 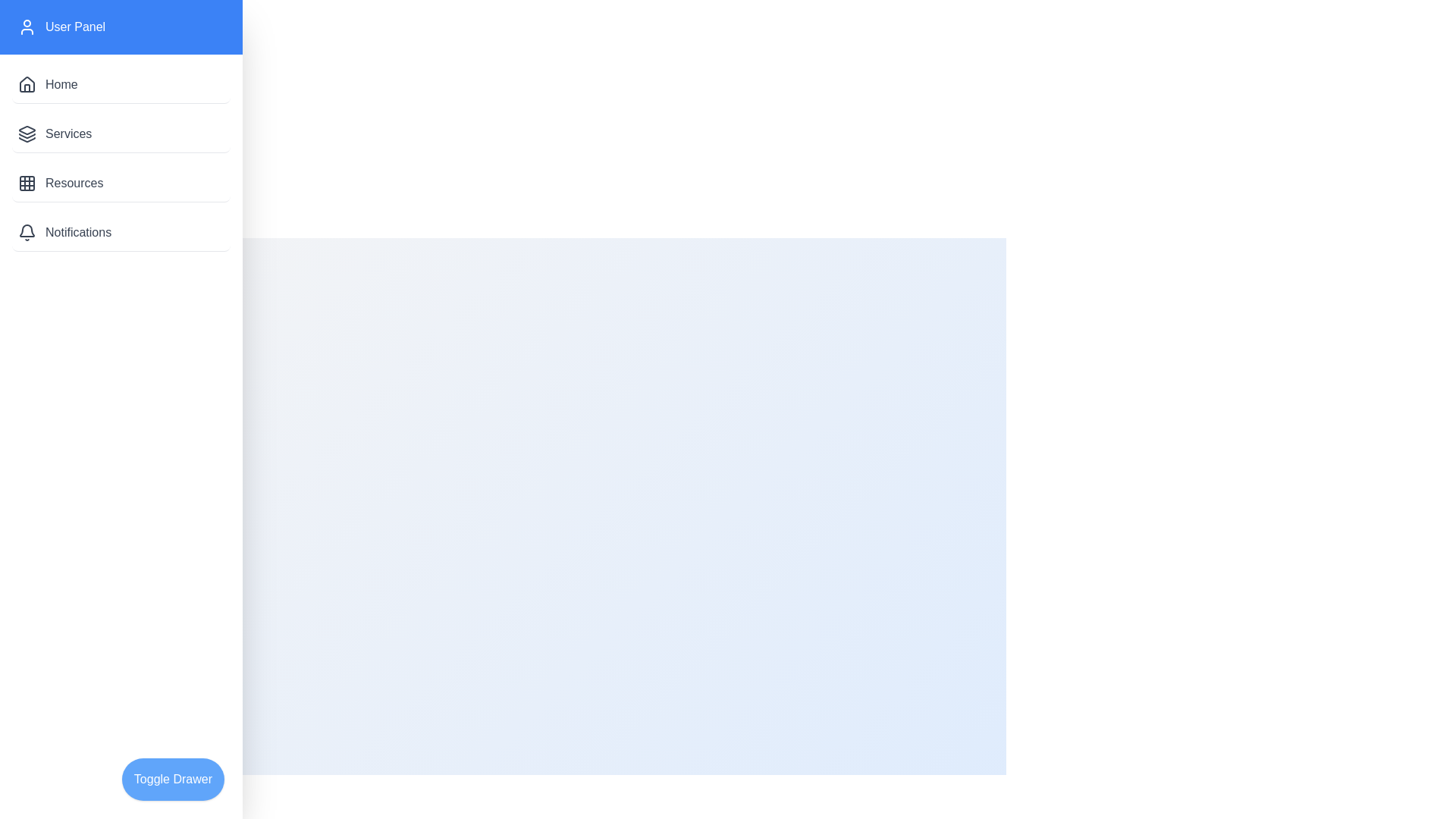 I want to click on the menu item Home in the drawer, so click(x=120, y=85).